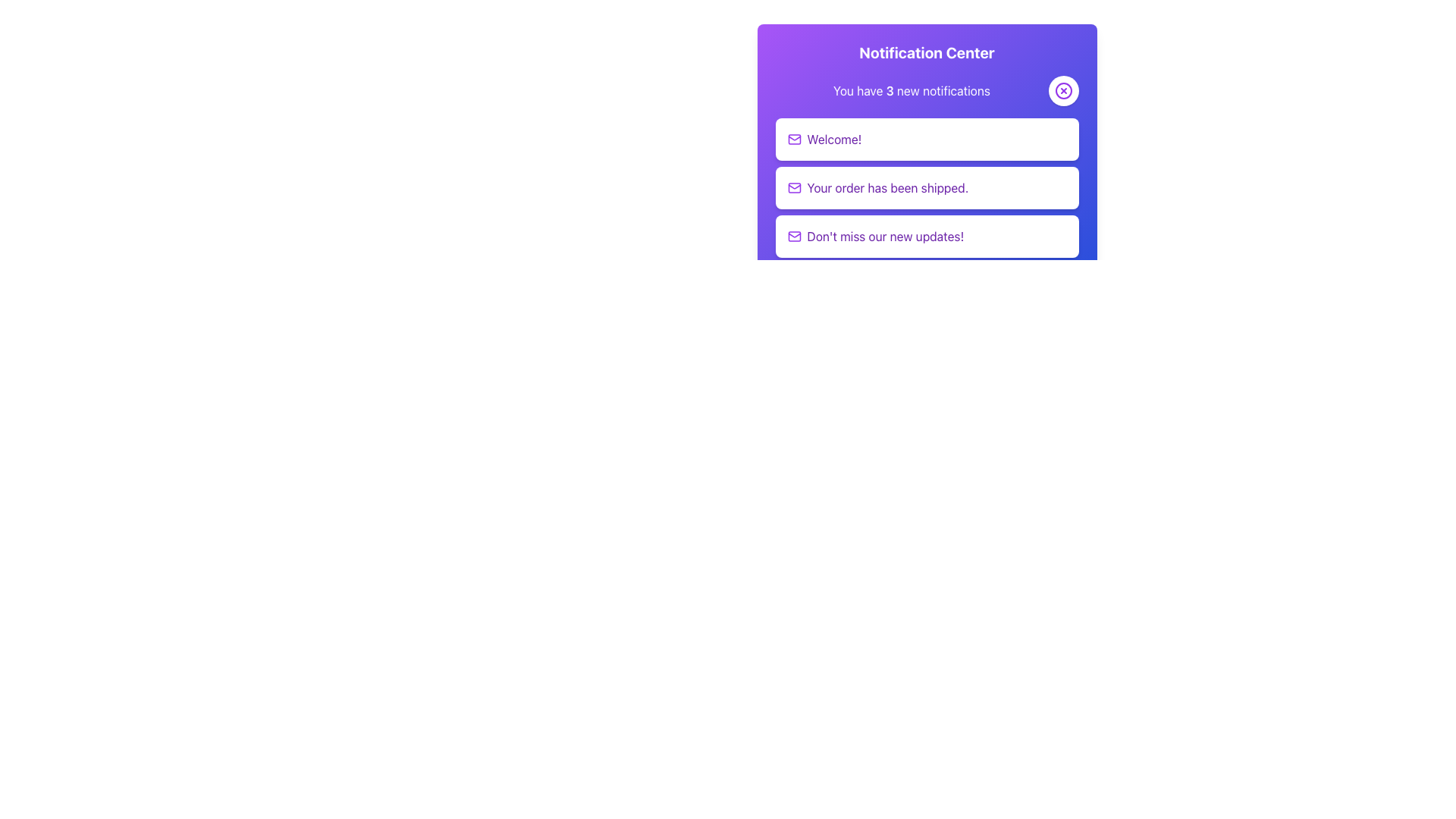 This screenshot has height=819, width=1456. What do you see at coordinates (926, 90) in the screenshot?
I see `the Notification bar that indicates there are 3 new notifications to read the notification information` at bounding box center [926, 90].